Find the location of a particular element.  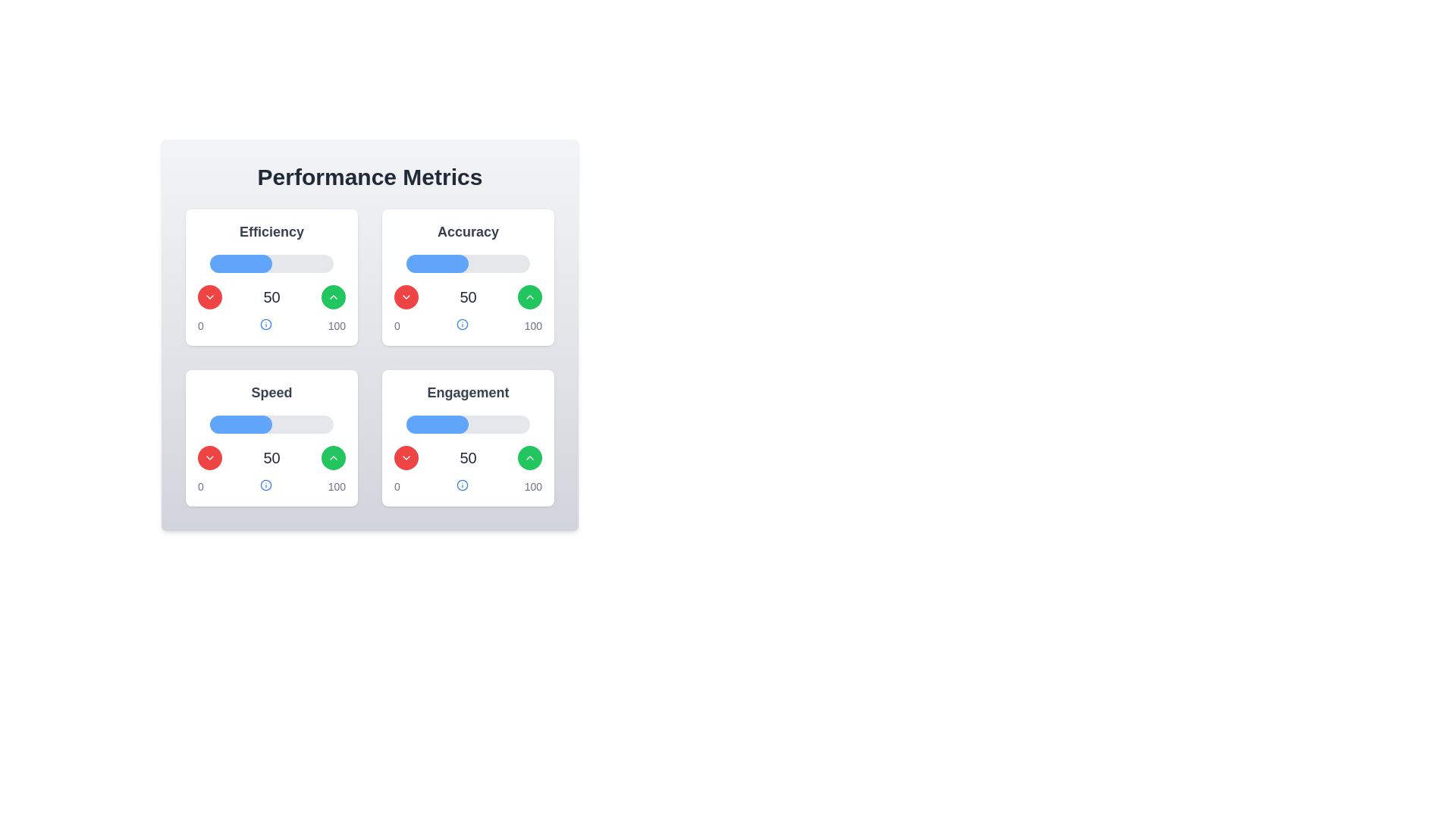

the 'Accuracy' metric card's progress bar located in the top-right position of the grid layout to make adjustments is located at coordinates (467, 278).